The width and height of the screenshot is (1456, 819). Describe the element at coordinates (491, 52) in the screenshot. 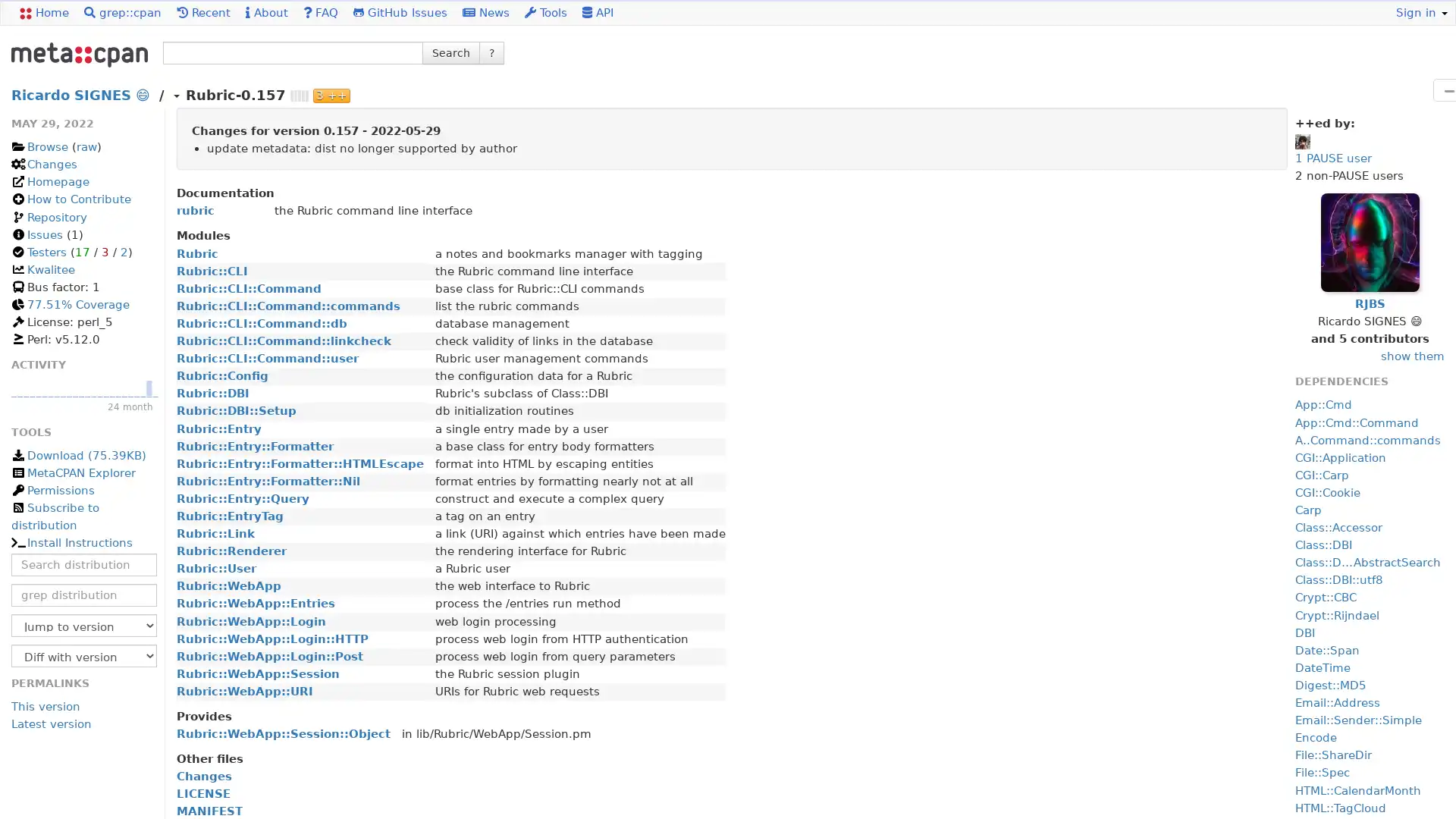

I see `?` at that location.